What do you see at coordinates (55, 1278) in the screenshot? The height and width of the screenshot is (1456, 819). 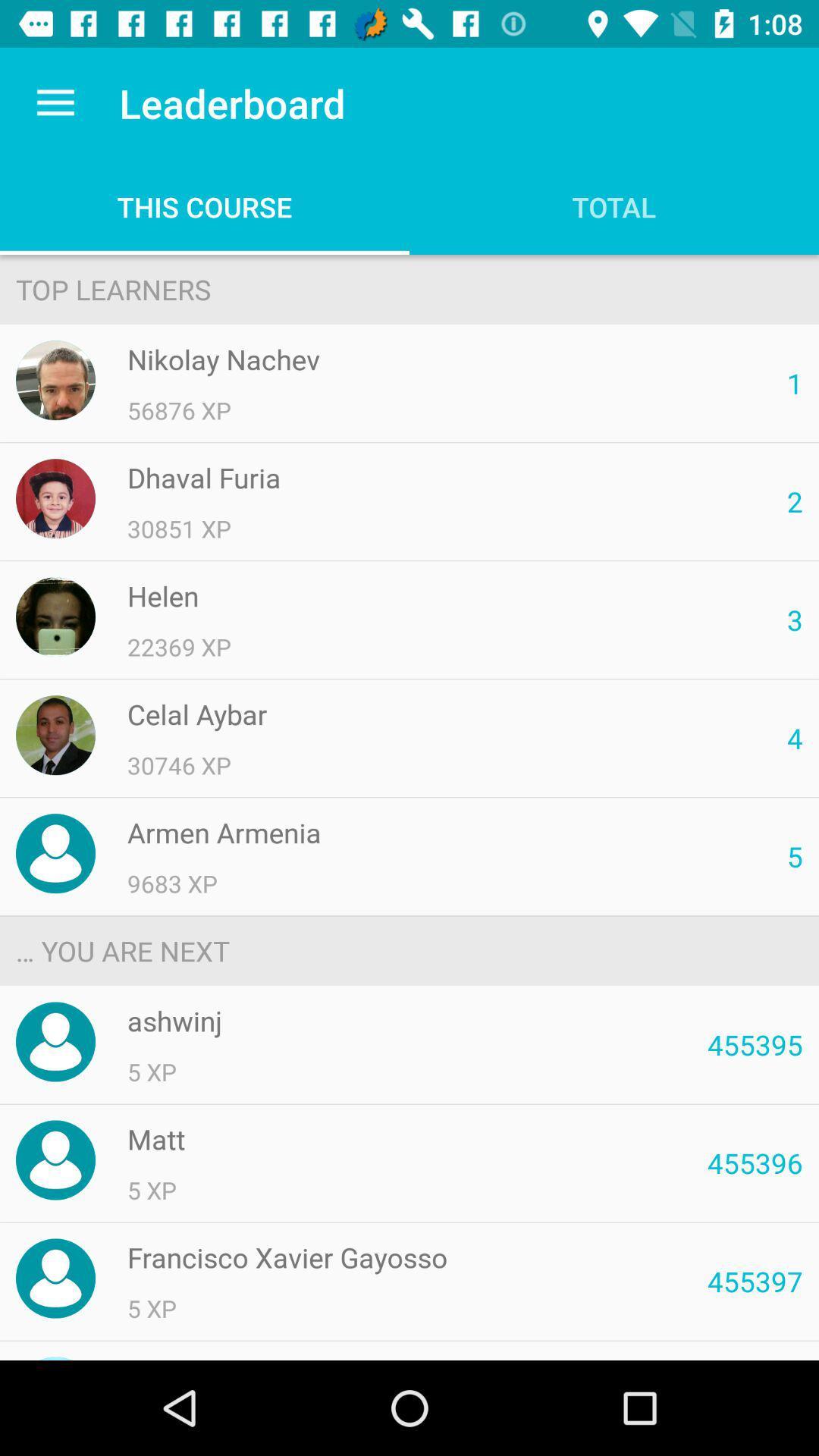 I see `the last image` at bounding box center [55, 1278].